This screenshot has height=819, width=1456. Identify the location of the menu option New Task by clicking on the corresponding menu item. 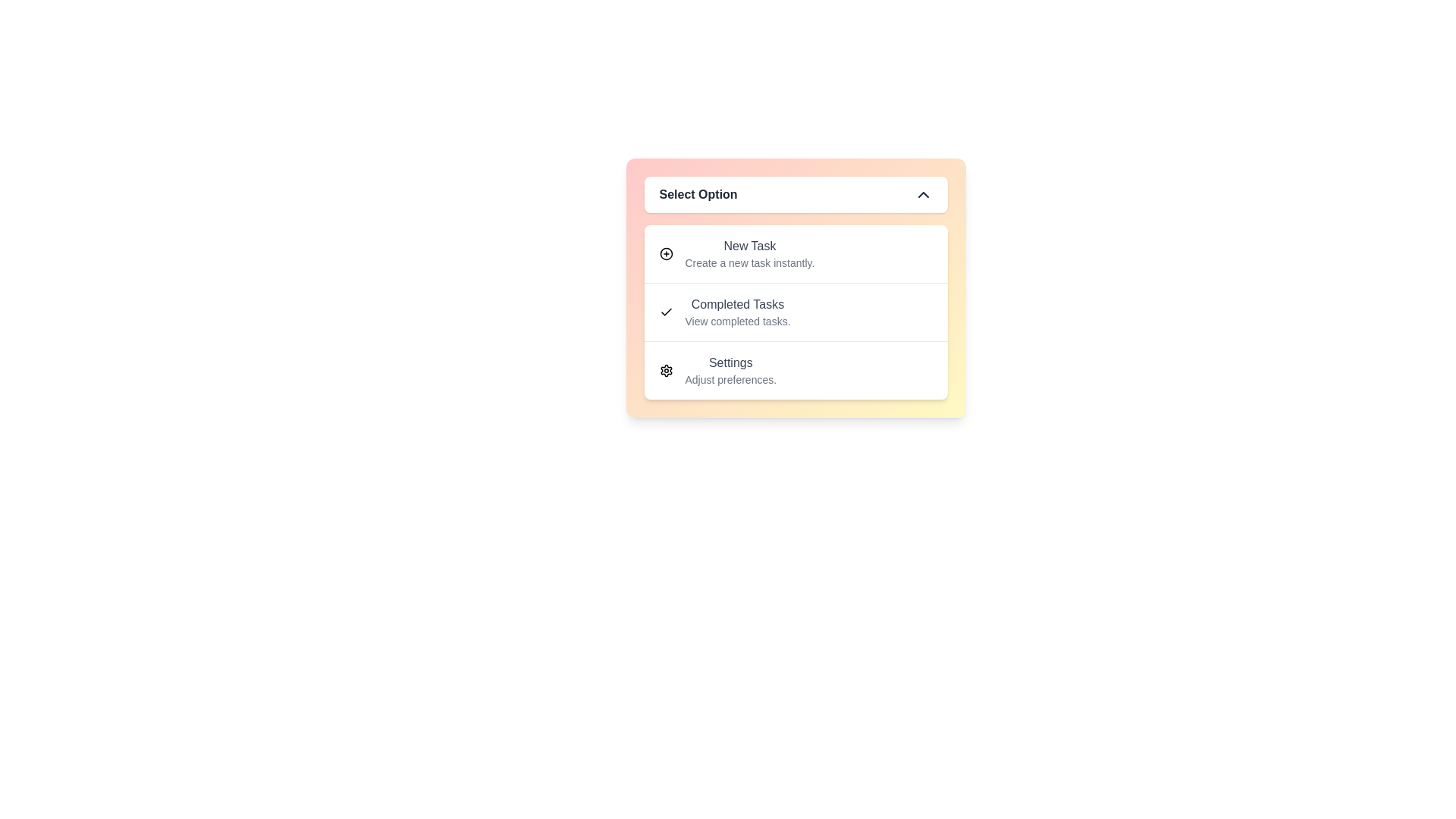
(795, 253).